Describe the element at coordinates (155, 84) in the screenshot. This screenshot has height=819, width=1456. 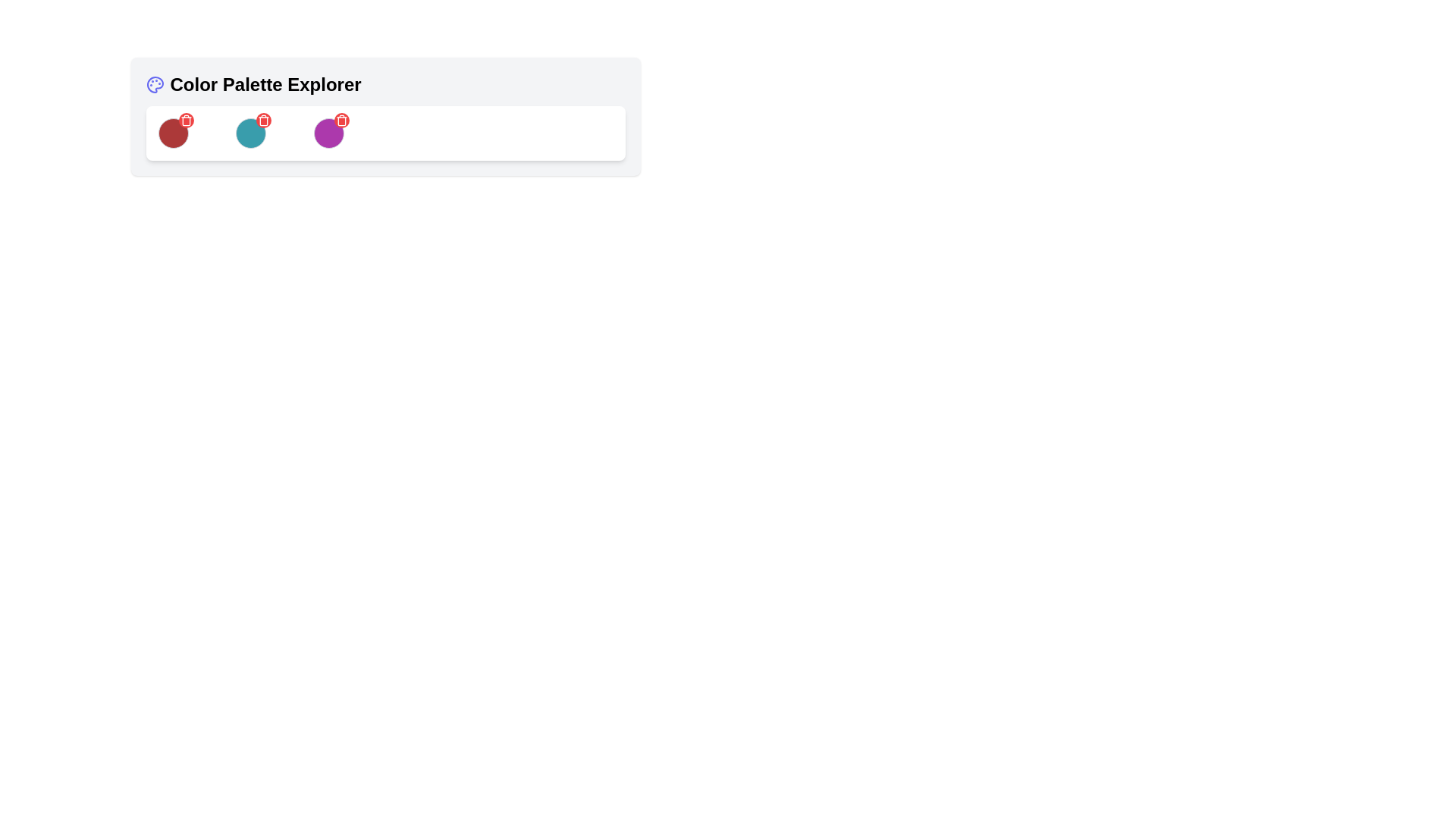
I see `the decorative icon representing the 'Color Palette Explorer', which is positioned to the left of the title text` at that location.